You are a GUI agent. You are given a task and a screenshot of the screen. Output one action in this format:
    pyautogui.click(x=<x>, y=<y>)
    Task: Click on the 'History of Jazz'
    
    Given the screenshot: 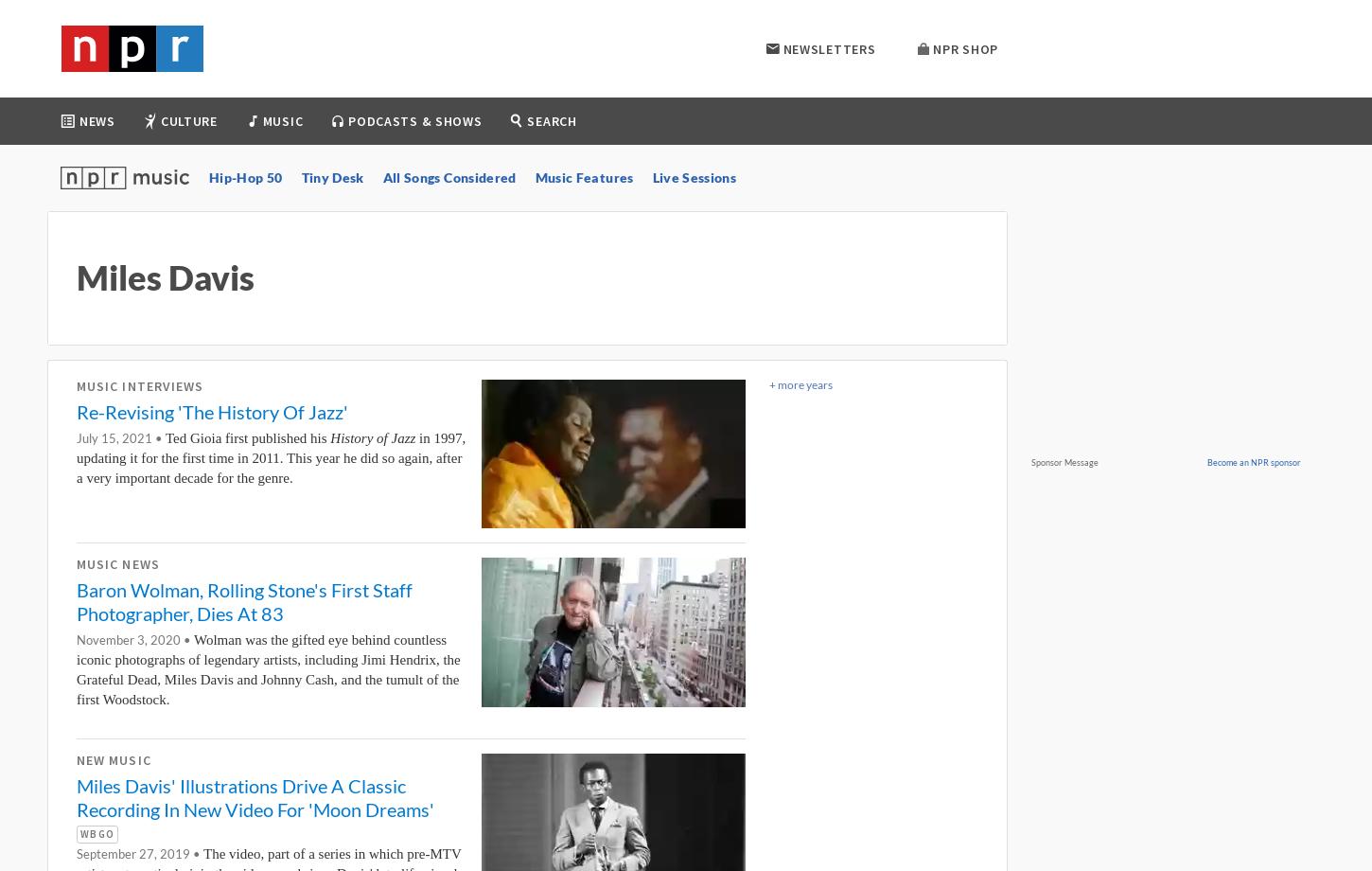 What is the action you would take?
    pyautogui.click(x=371, y=438)
    